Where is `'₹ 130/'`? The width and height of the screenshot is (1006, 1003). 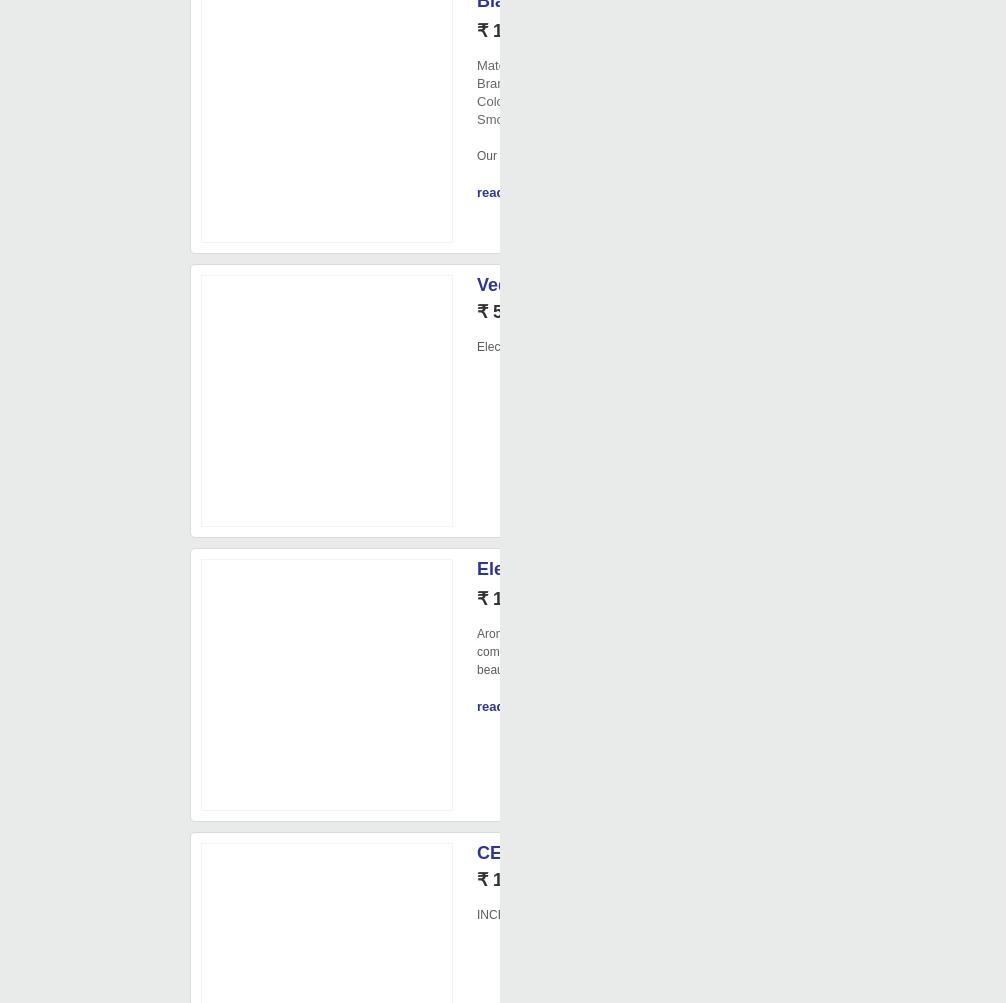 '₹ 130/' is located at coordinates (501, 30).